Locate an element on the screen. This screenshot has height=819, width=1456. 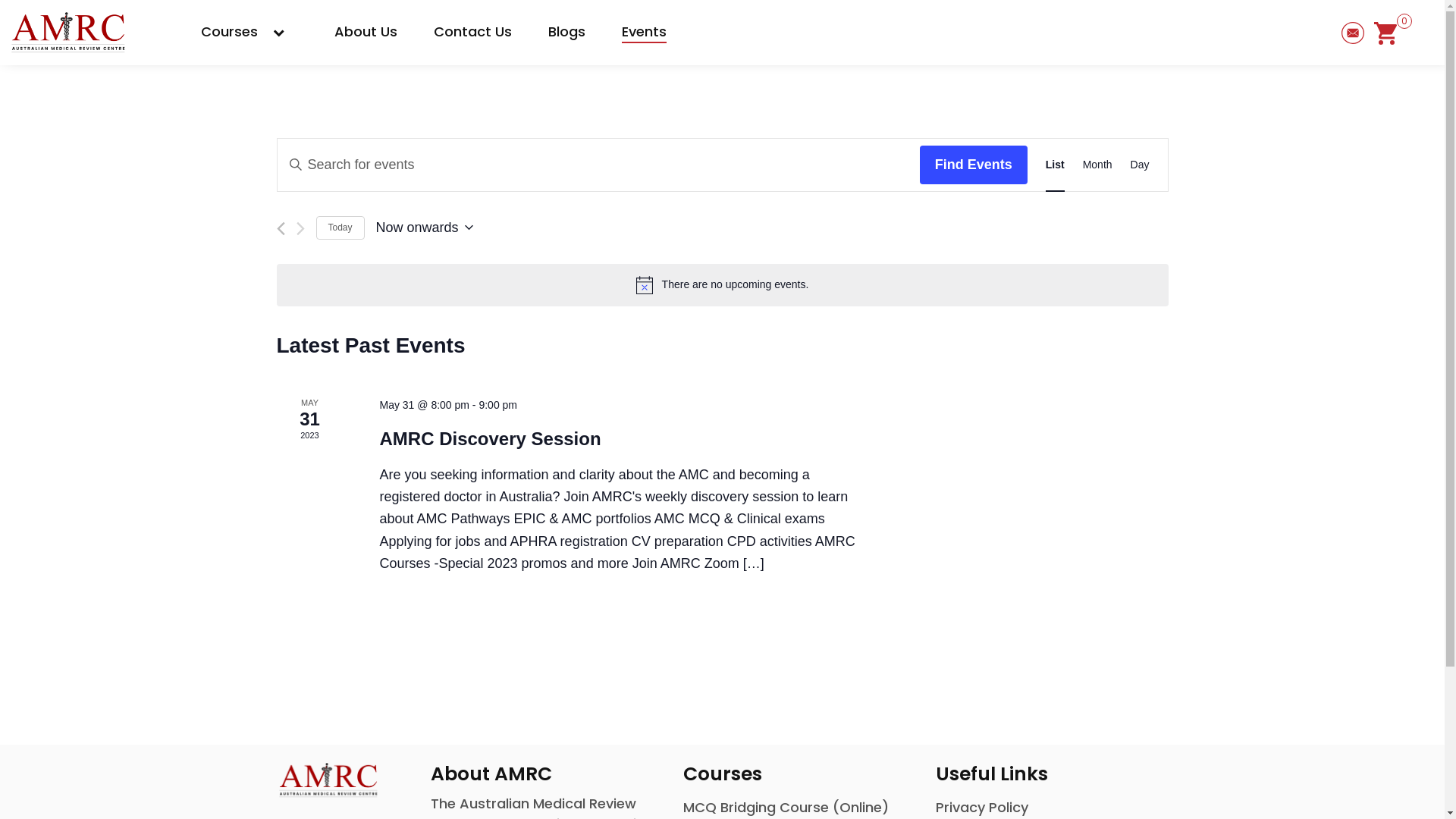
'Blogs' is located at coordinates (566, 31).